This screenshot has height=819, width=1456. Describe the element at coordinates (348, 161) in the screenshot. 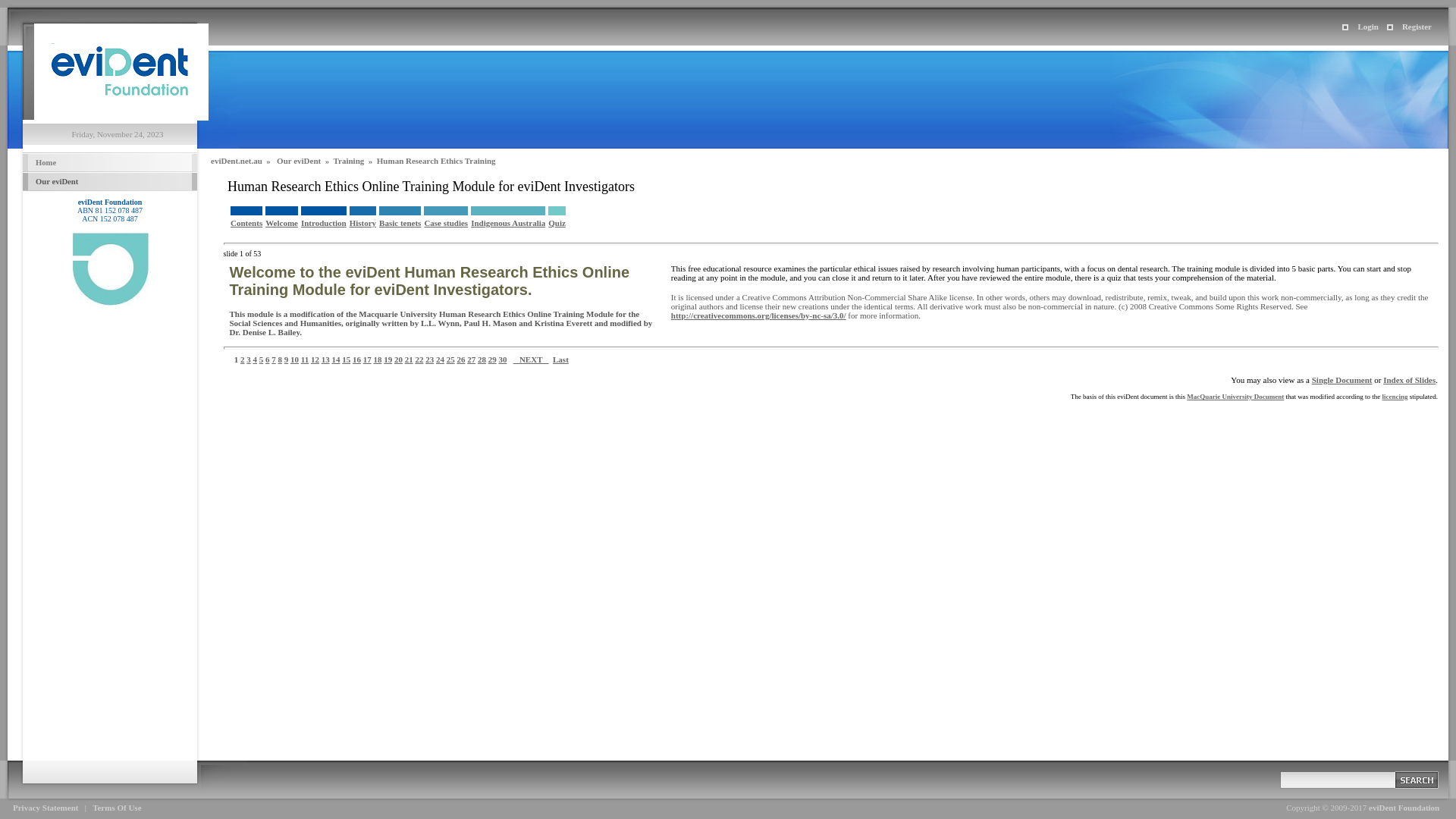

I see `'Training'` at that location.